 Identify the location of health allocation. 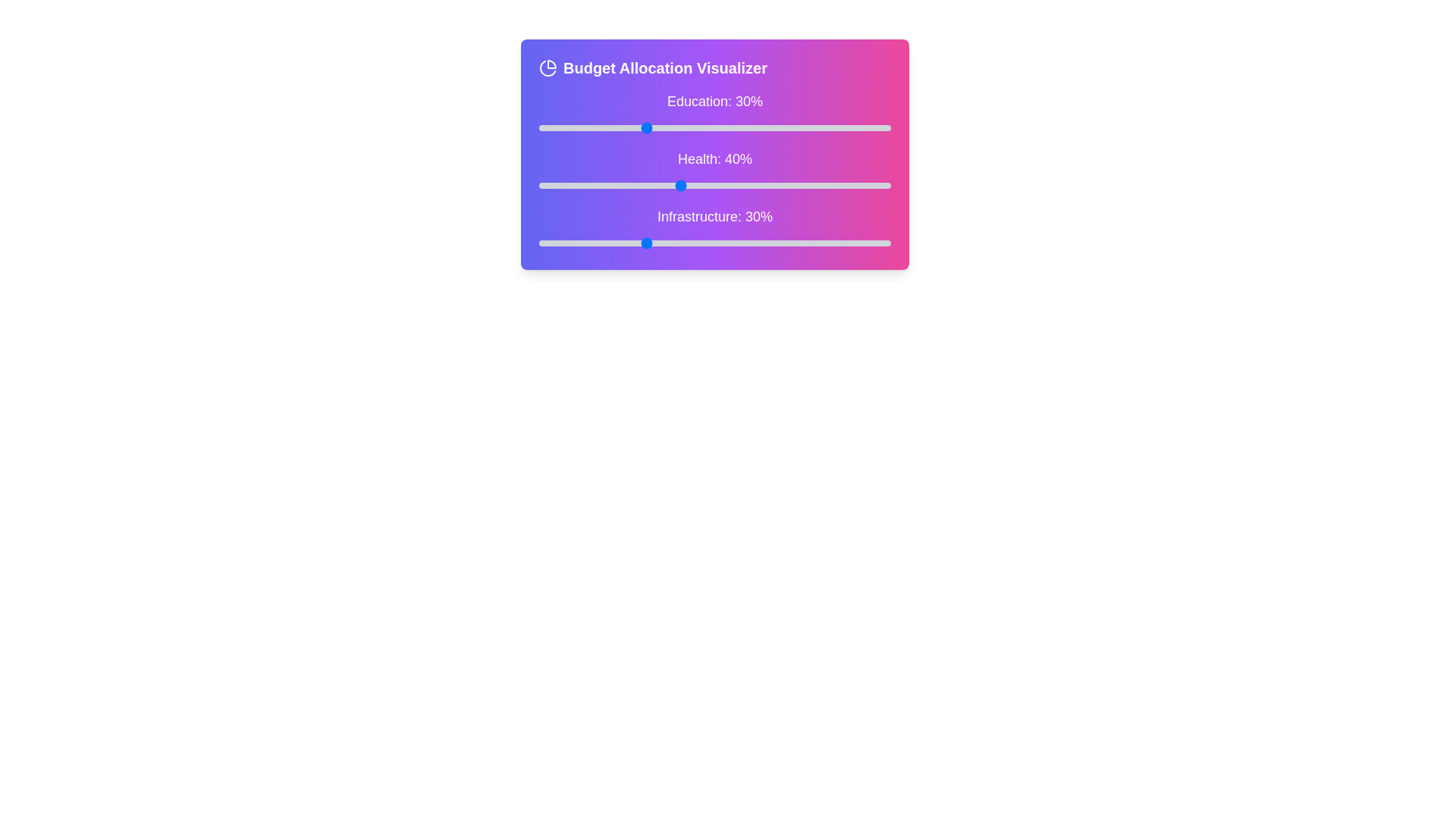
(750, 185).